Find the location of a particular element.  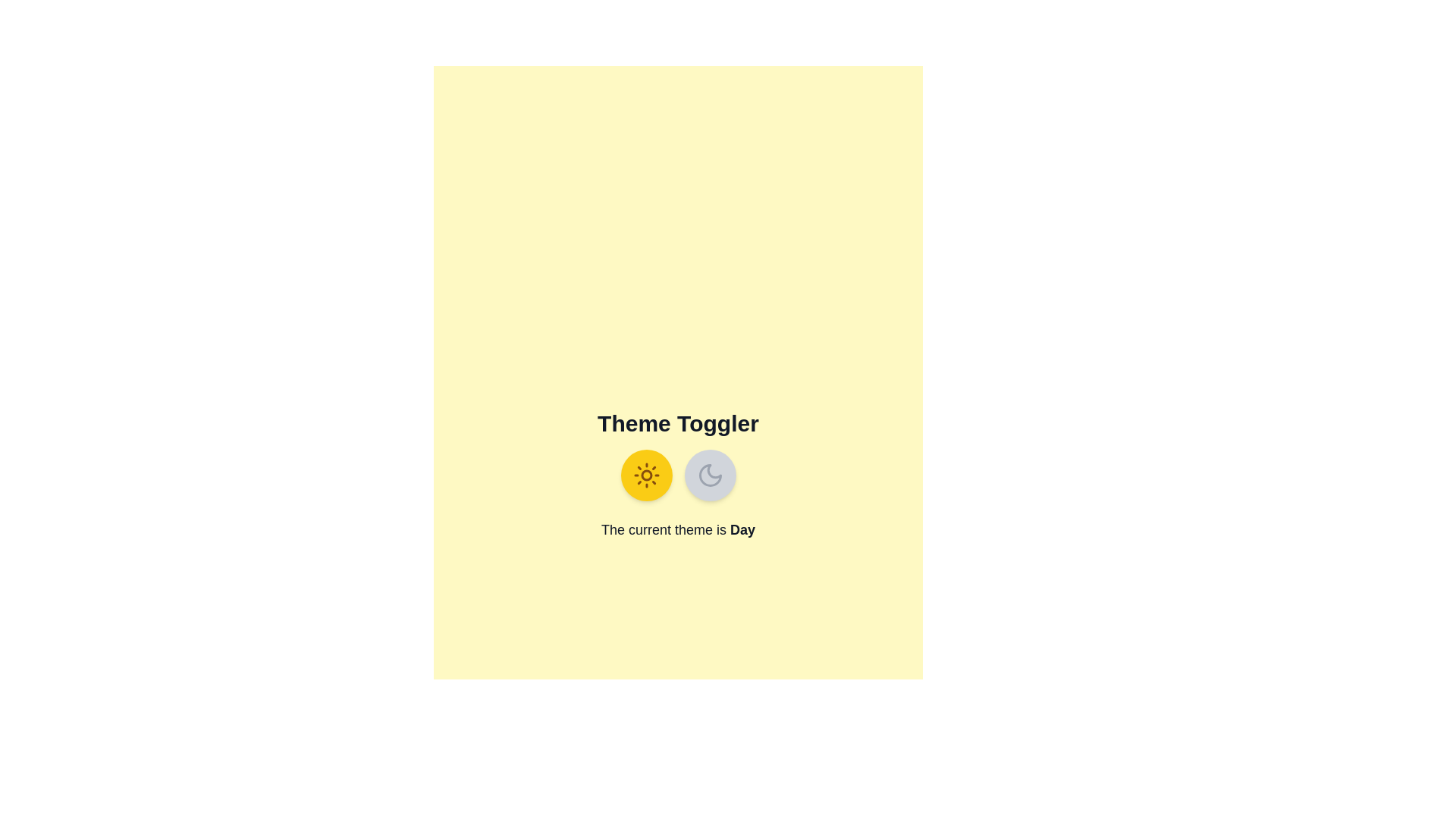

the 'Day' button to set the theme to day mode is located at coordinates (646, 475).